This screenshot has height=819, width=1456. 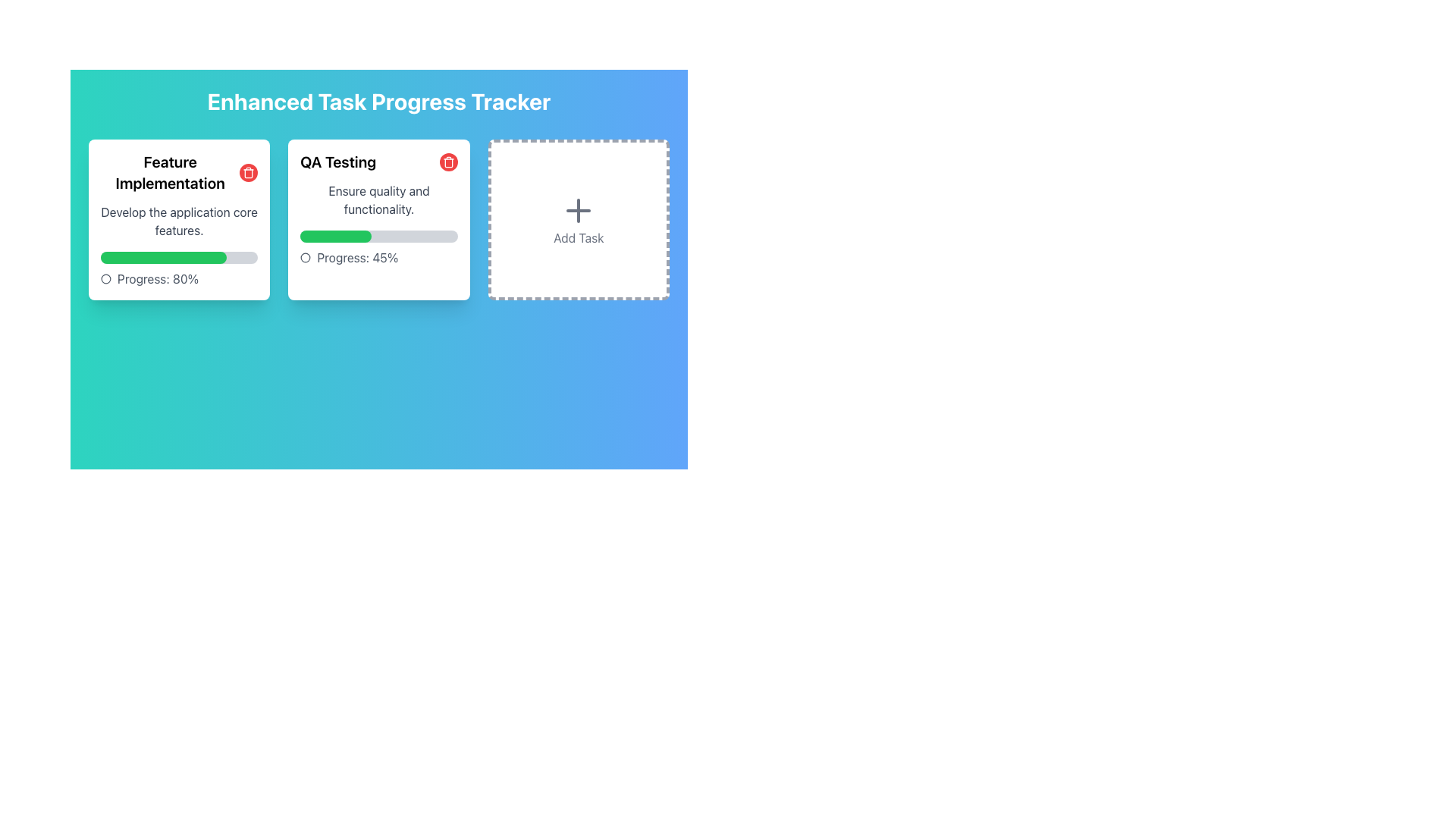 I want to click on the progress indicator text displaying 'Progress: 80%' below the green progress bar in the first task card labeled 'Feature Implementation', so click(x=179, y=278).